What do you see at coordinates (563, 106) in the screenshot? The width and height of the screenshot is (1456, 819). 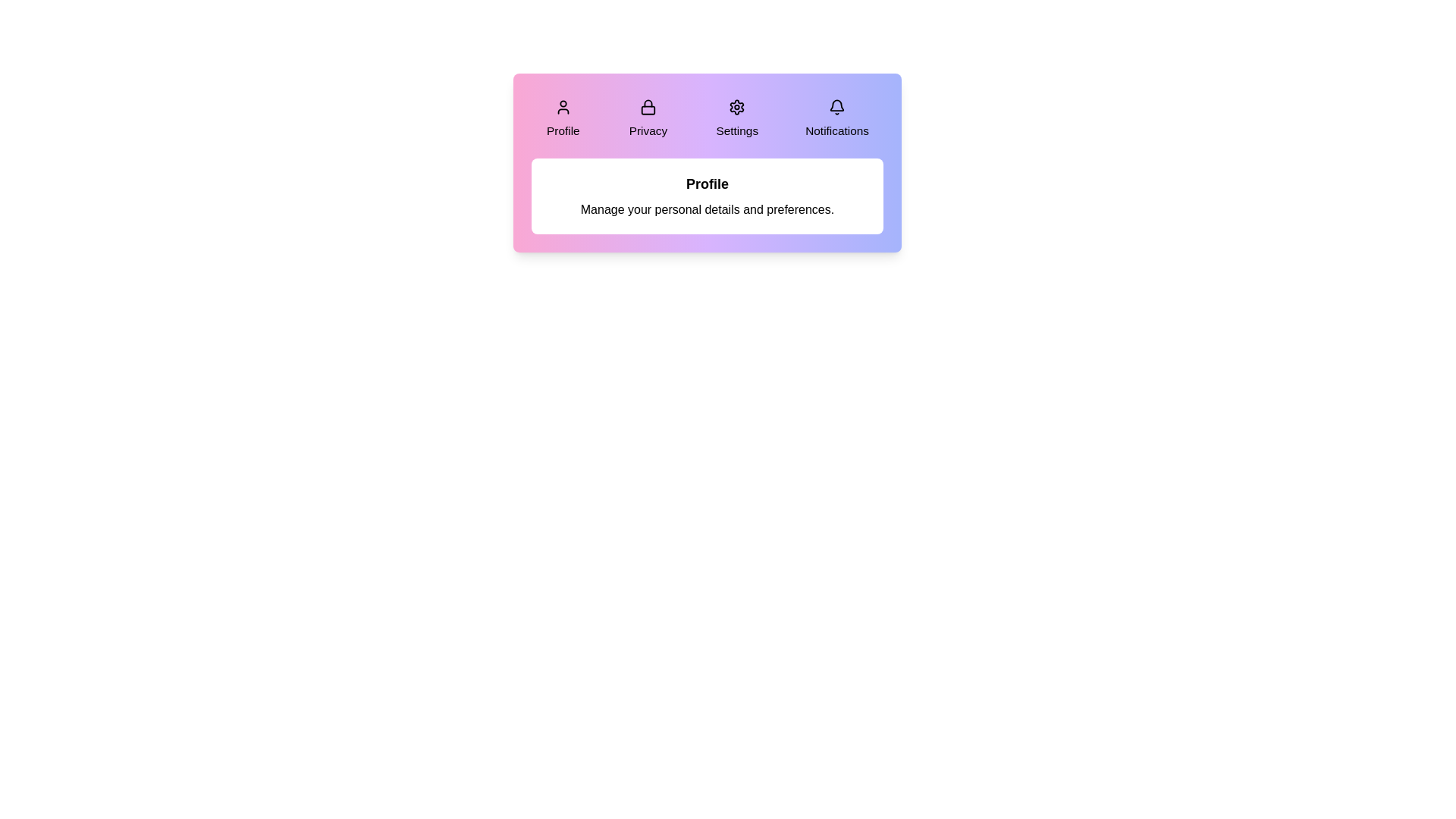 I see `the icon of the tab labeled Profile` at bounding box center [563, 106].